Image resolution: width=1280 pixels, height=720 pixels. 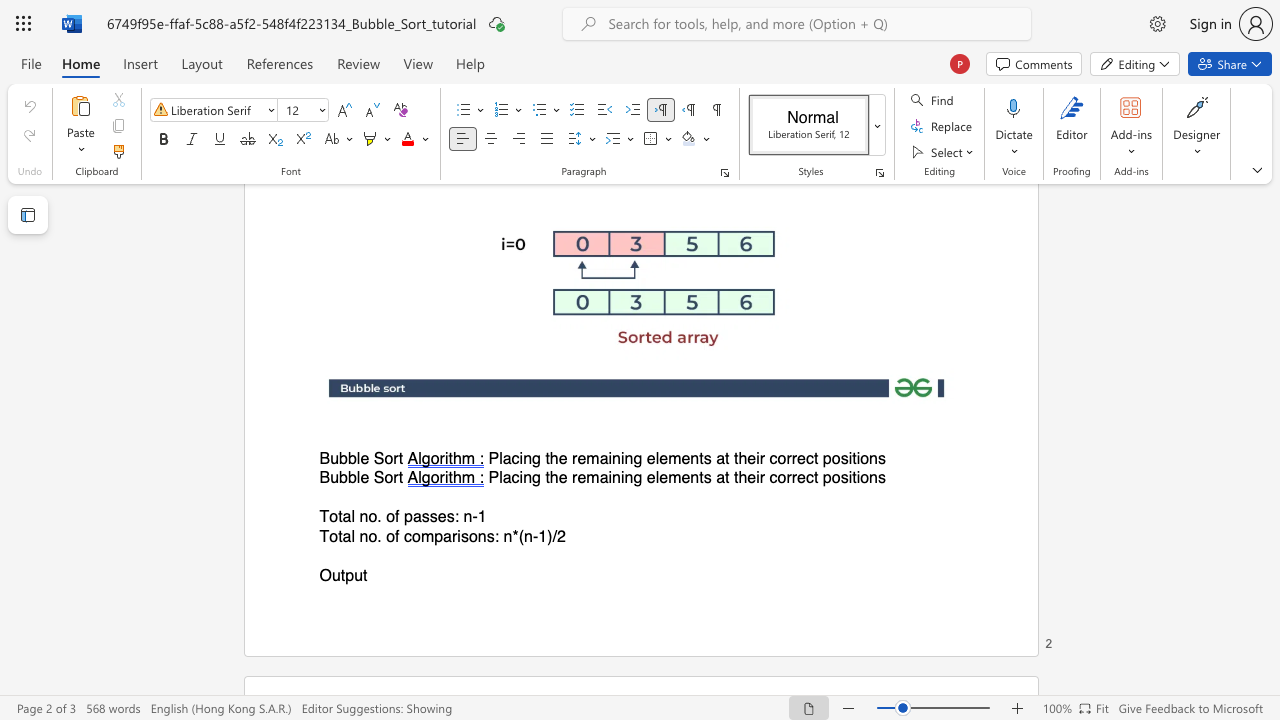 What do you see at coordinates (384, 459) in the screenshot?
I see `the space between the continuous character "S" and "o" in the text` at bounding box center [384, 459].